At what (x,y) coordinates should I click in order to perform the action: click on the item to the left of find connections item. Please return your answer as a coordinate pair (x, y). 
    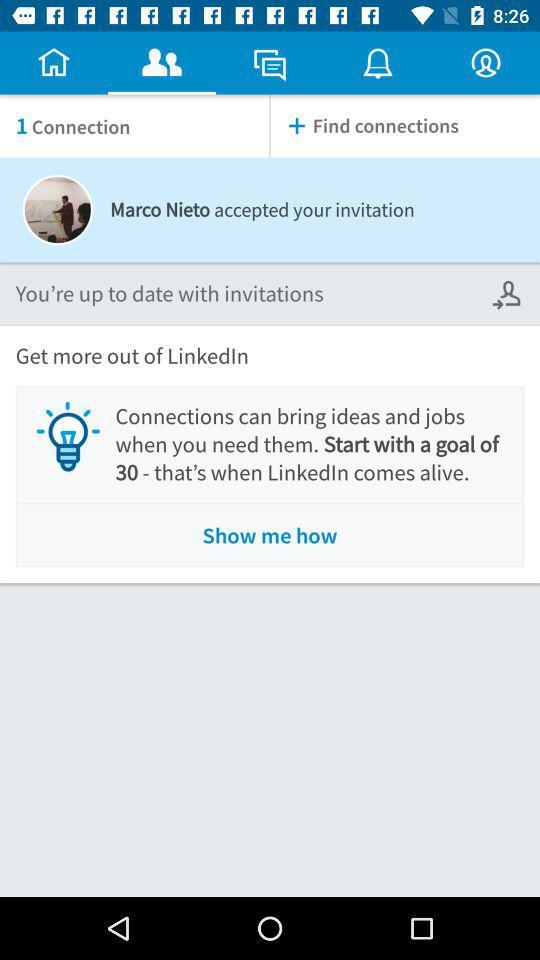
    Looking at the image, I should click on (134, 125).